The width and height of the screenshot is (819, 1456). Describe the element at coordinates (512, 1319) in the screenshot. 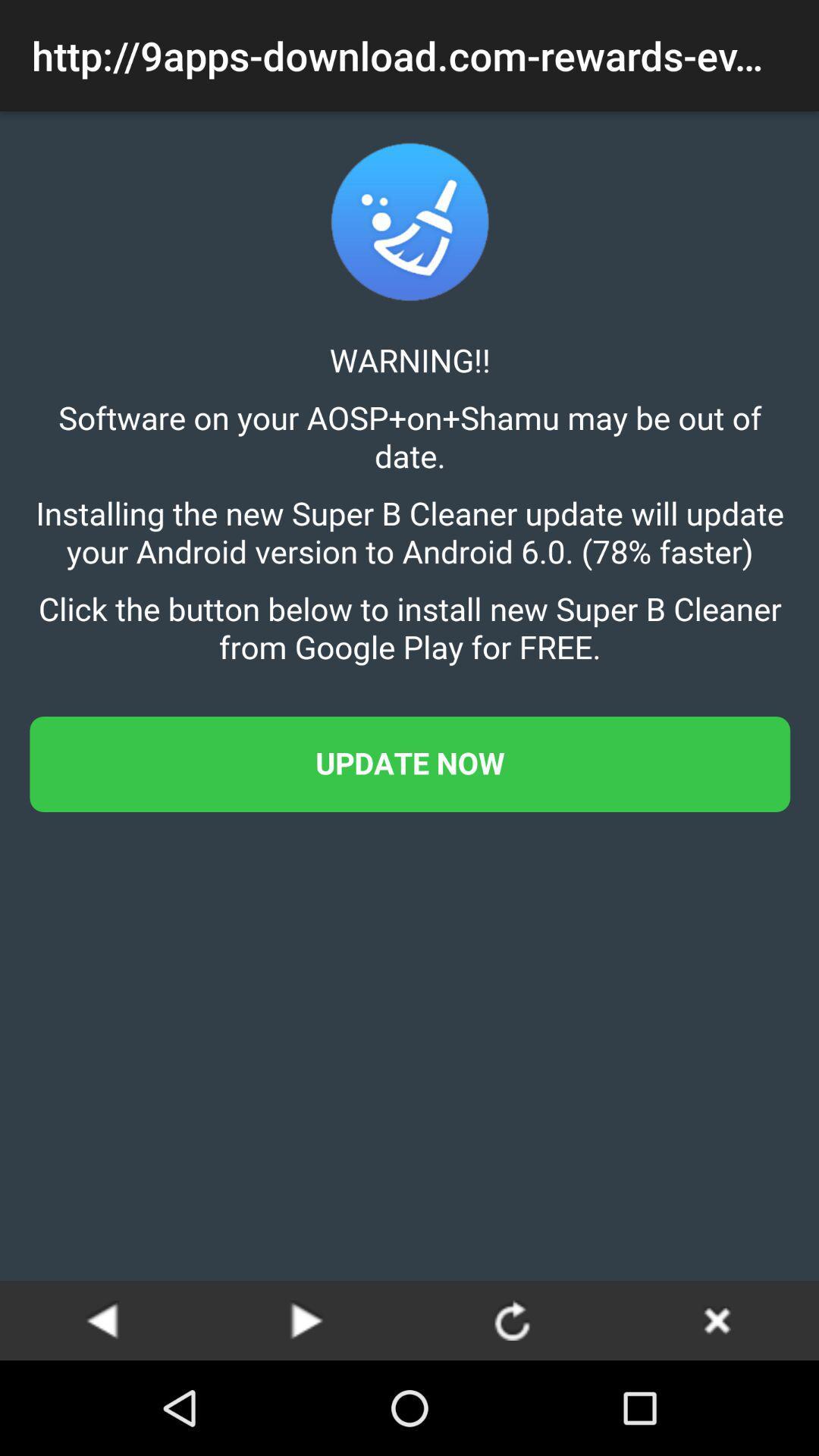

I see `rotate option` at that location.